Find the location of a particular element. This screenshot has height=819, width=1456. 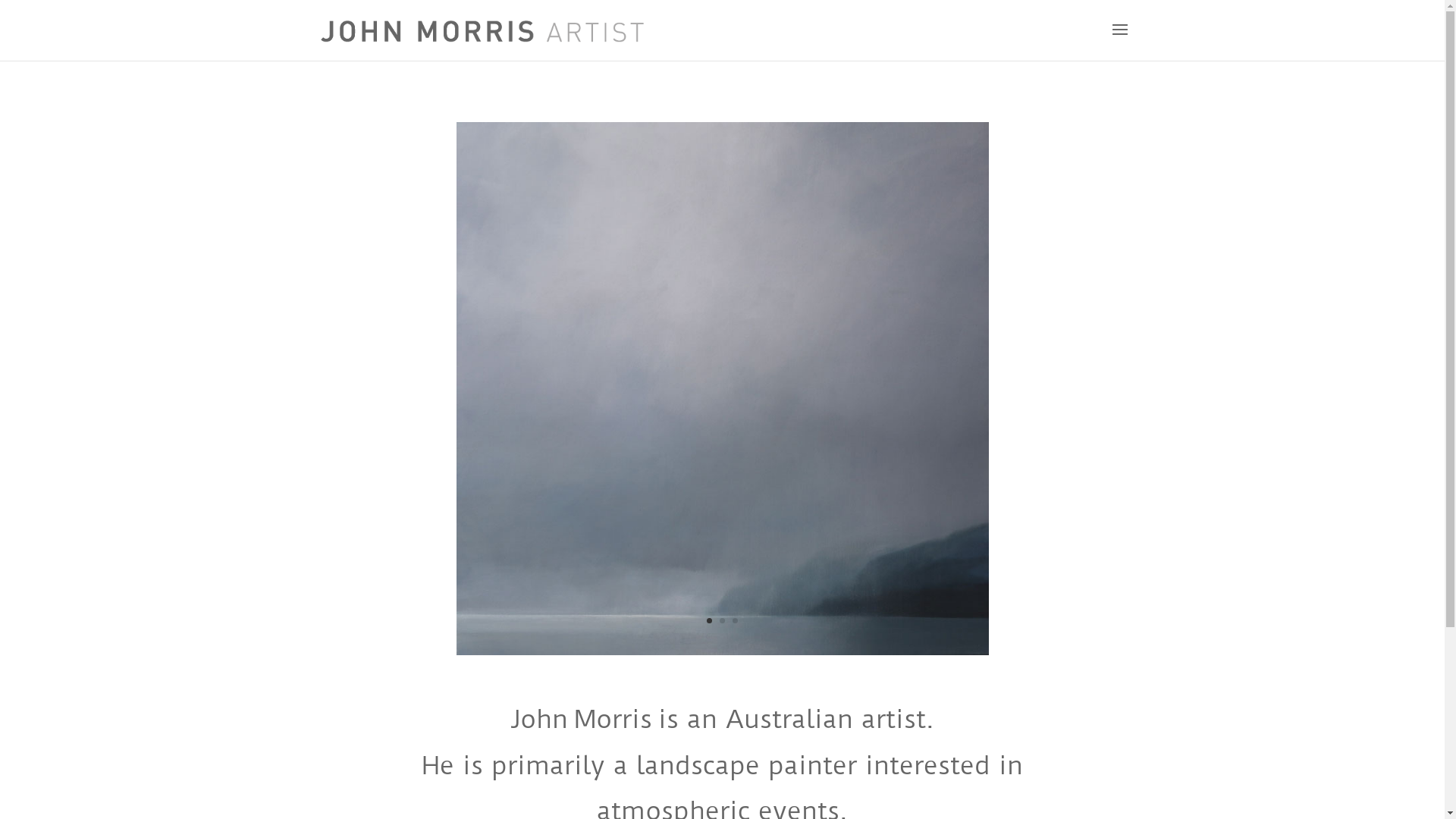

'3' is located at coordinates (735, 620).